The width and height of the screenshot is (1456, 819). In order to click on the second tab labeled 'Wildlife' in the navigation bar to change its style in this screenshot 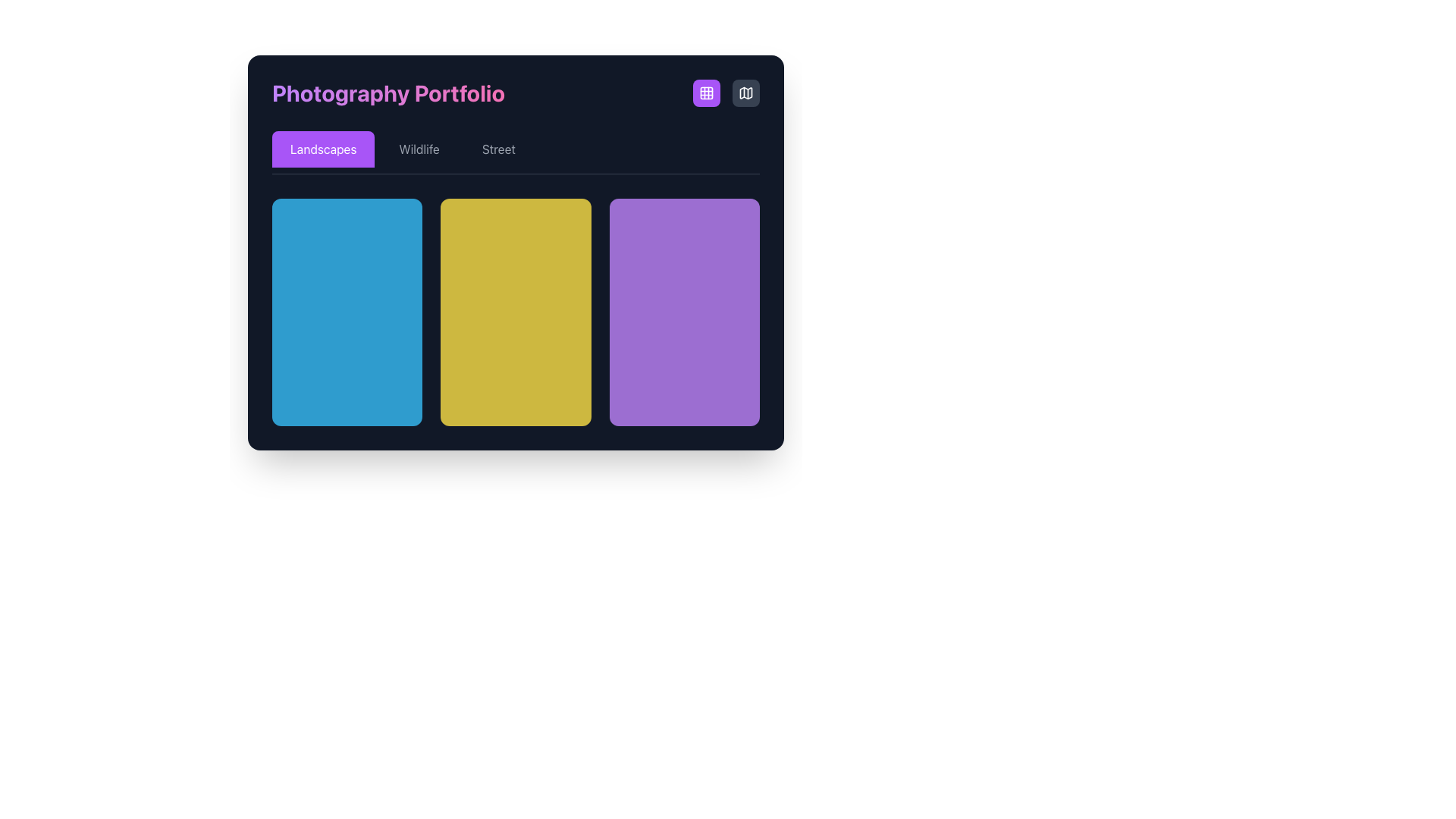, I will do `click(419, 149)`.